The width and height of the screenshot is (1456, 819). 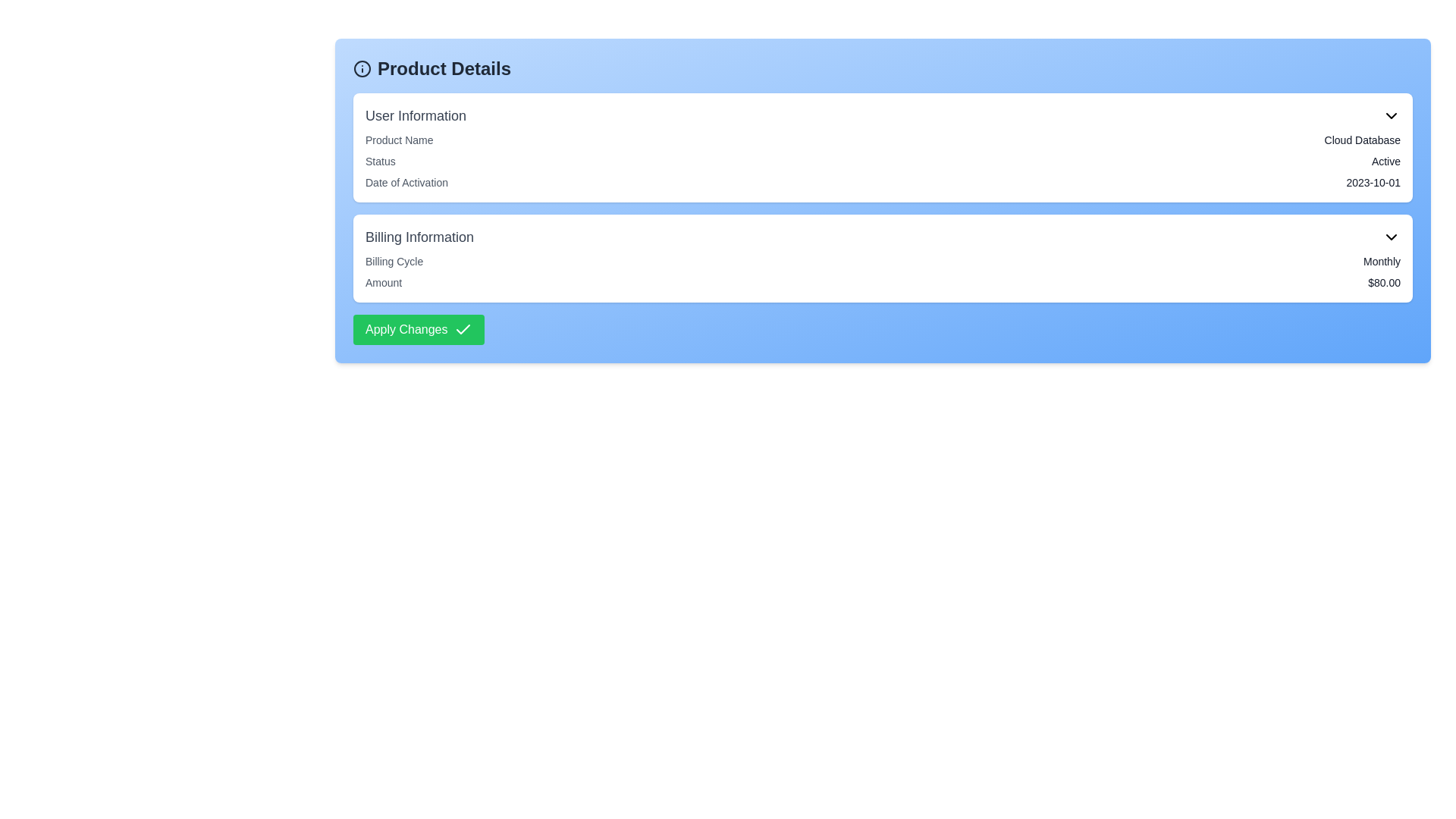 What do you see at coordinates (406, 181) in the screenshot?
I see `the 'Activation Date' text label that indicates '2023-10-01' within the 'User Information' section of the 'Product Details' panel` at bounding box center [406, 181].